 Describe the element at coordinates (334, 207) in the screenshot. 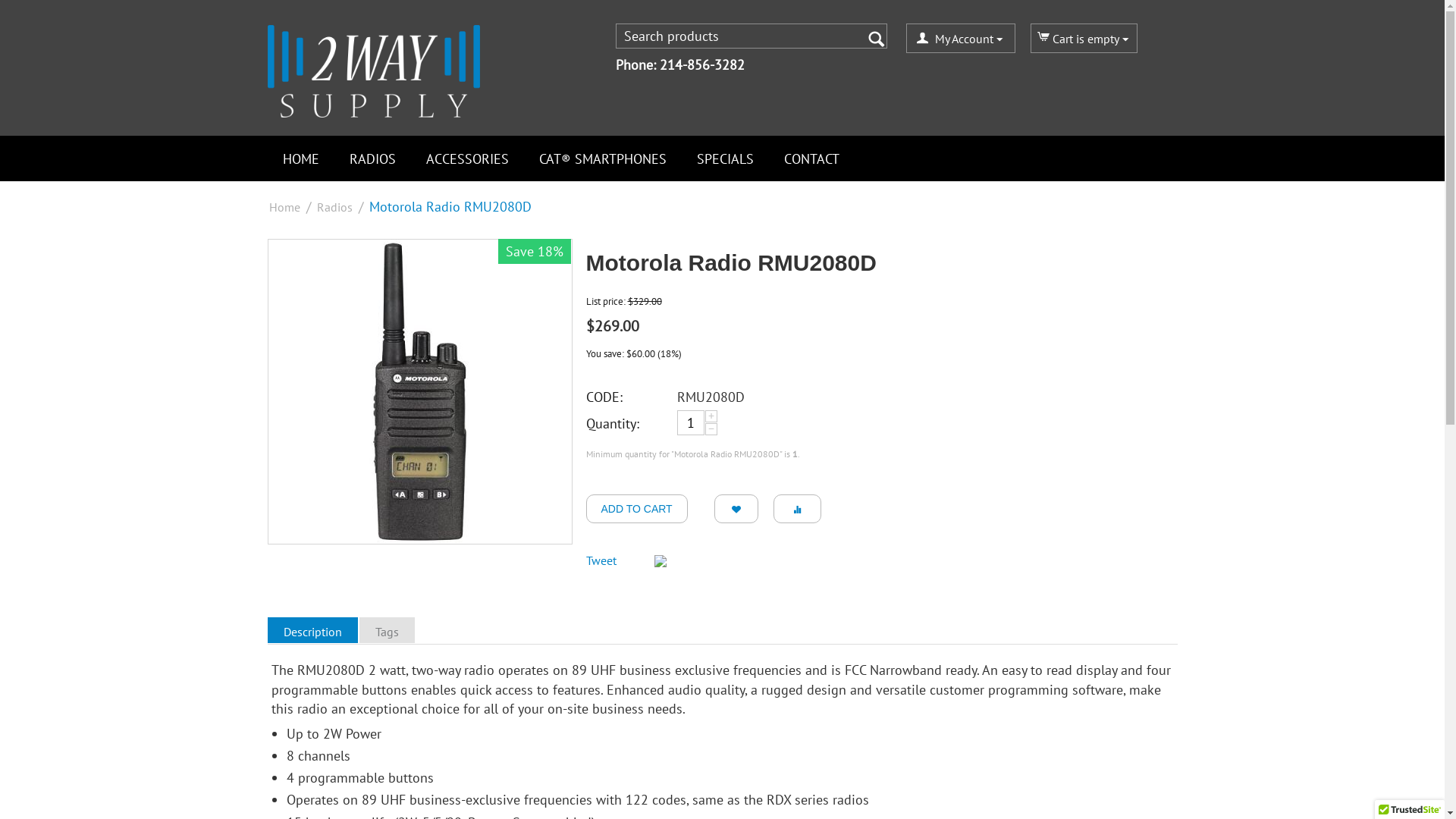

I see `'Radios'` at that location.